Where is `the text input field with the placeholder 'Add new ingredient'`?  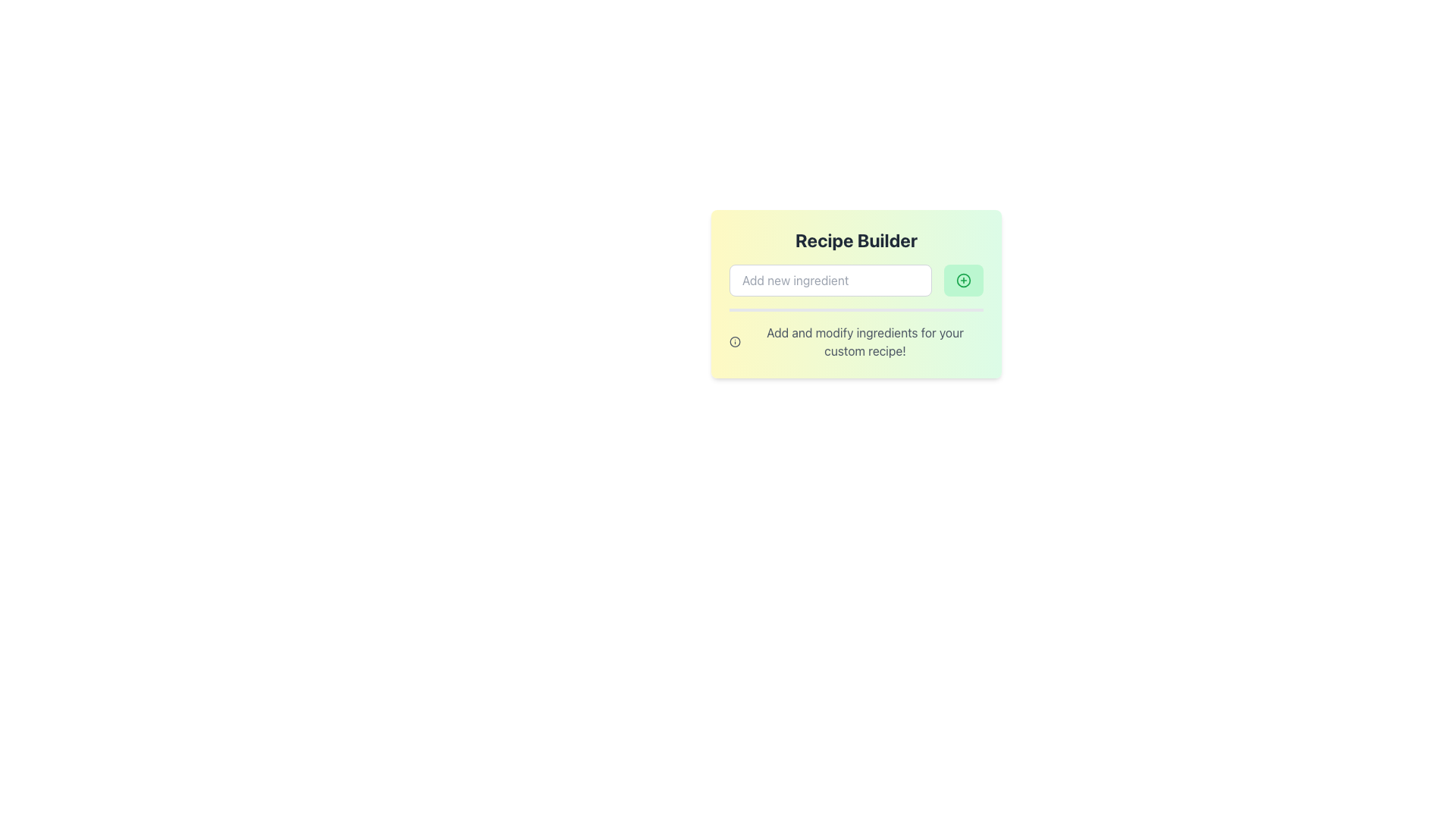 the text input field with the placeholder 'Add new ingredient' is located at coordinates (830, 281).